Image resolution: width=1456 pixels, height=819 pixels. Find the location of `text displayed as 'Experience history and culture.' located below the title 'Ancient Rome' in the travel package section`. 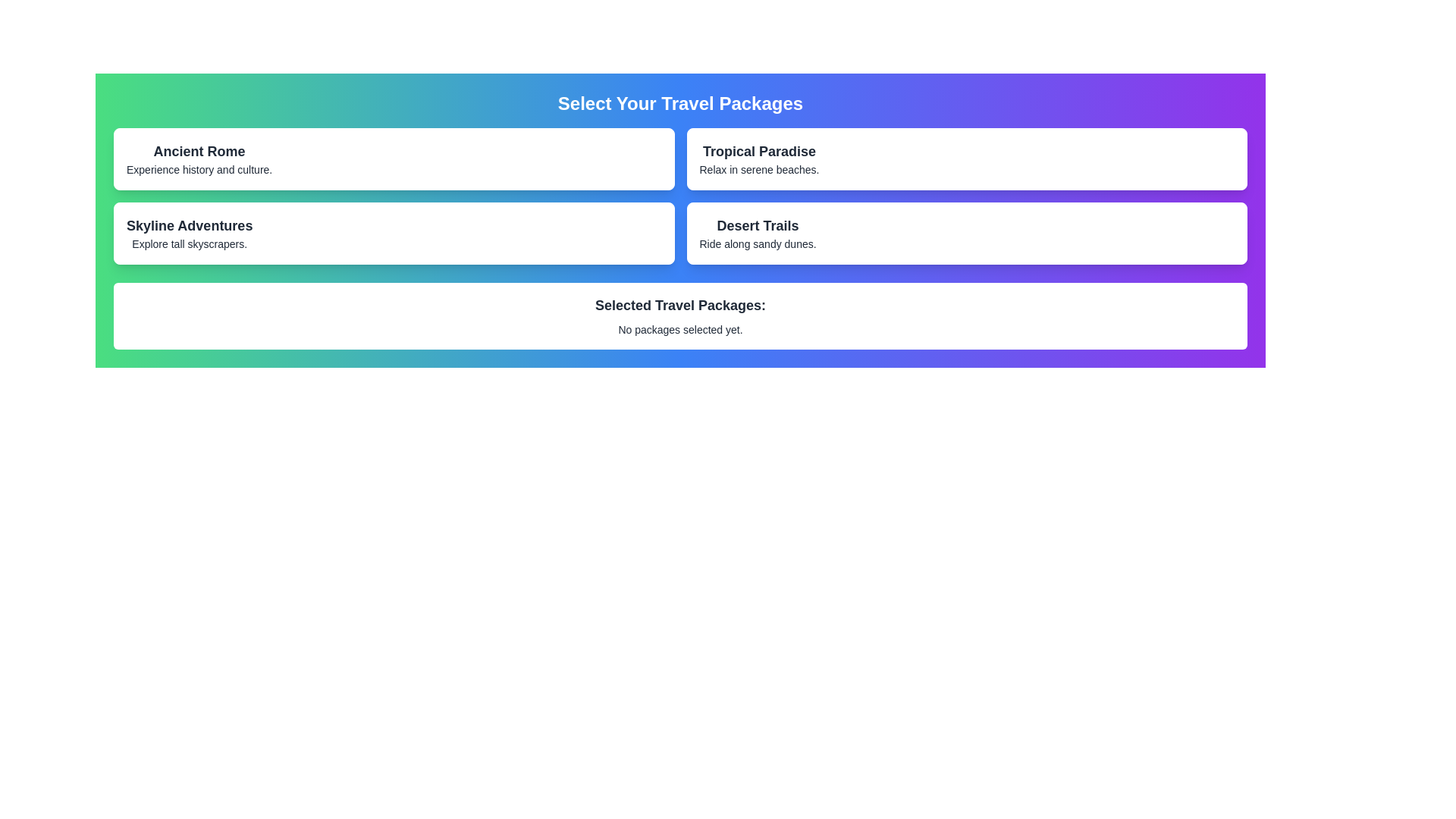

text displayed as 'Experience history and culture.' located below the title 'Ancient Rome' in the travel package section is located at coordinates (199, 169).